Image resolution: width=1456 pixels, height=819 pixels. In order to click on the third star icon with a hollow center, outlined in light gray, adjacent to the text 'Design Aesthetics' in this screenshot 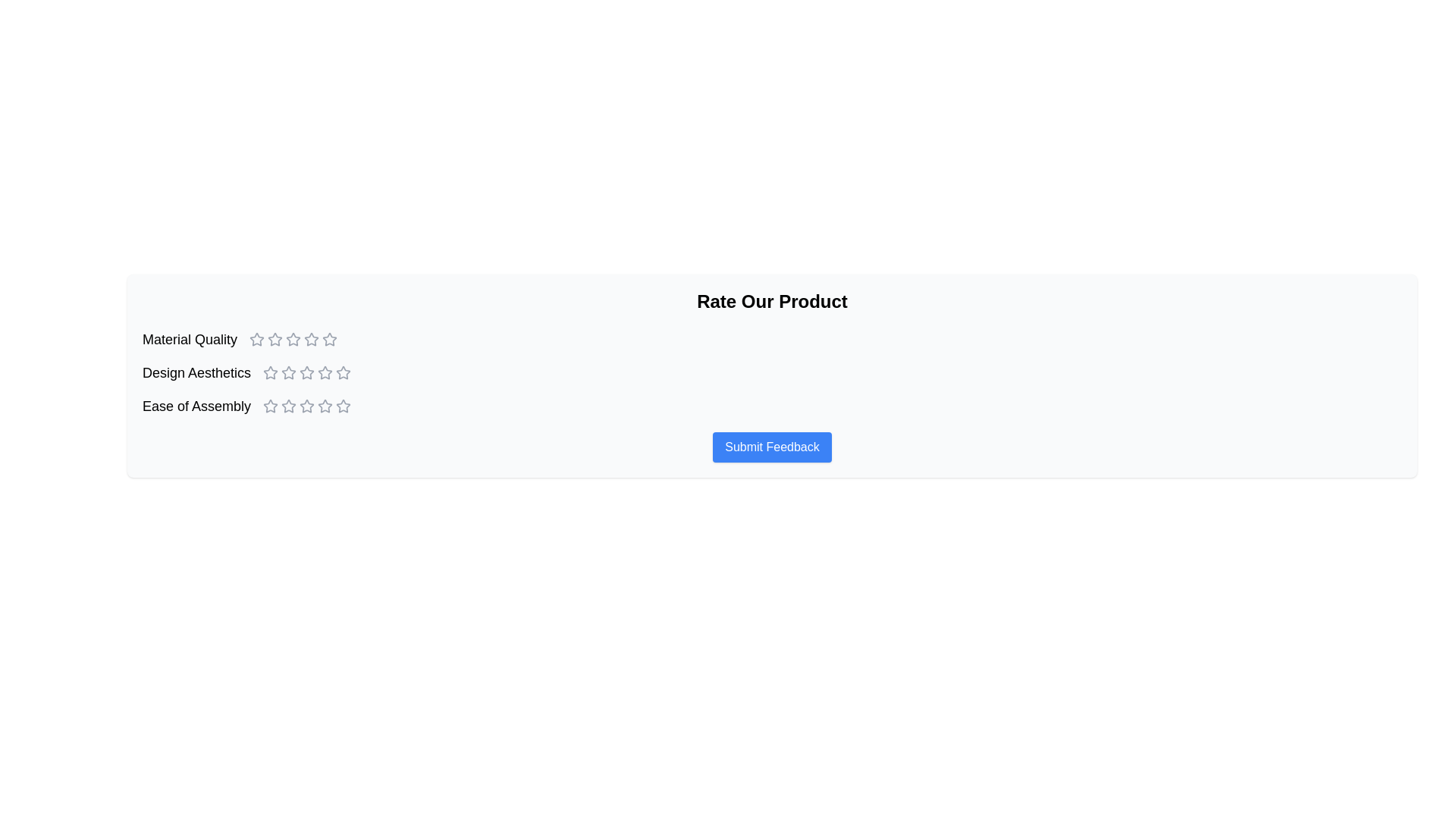, I will do `click(289, 373)`.